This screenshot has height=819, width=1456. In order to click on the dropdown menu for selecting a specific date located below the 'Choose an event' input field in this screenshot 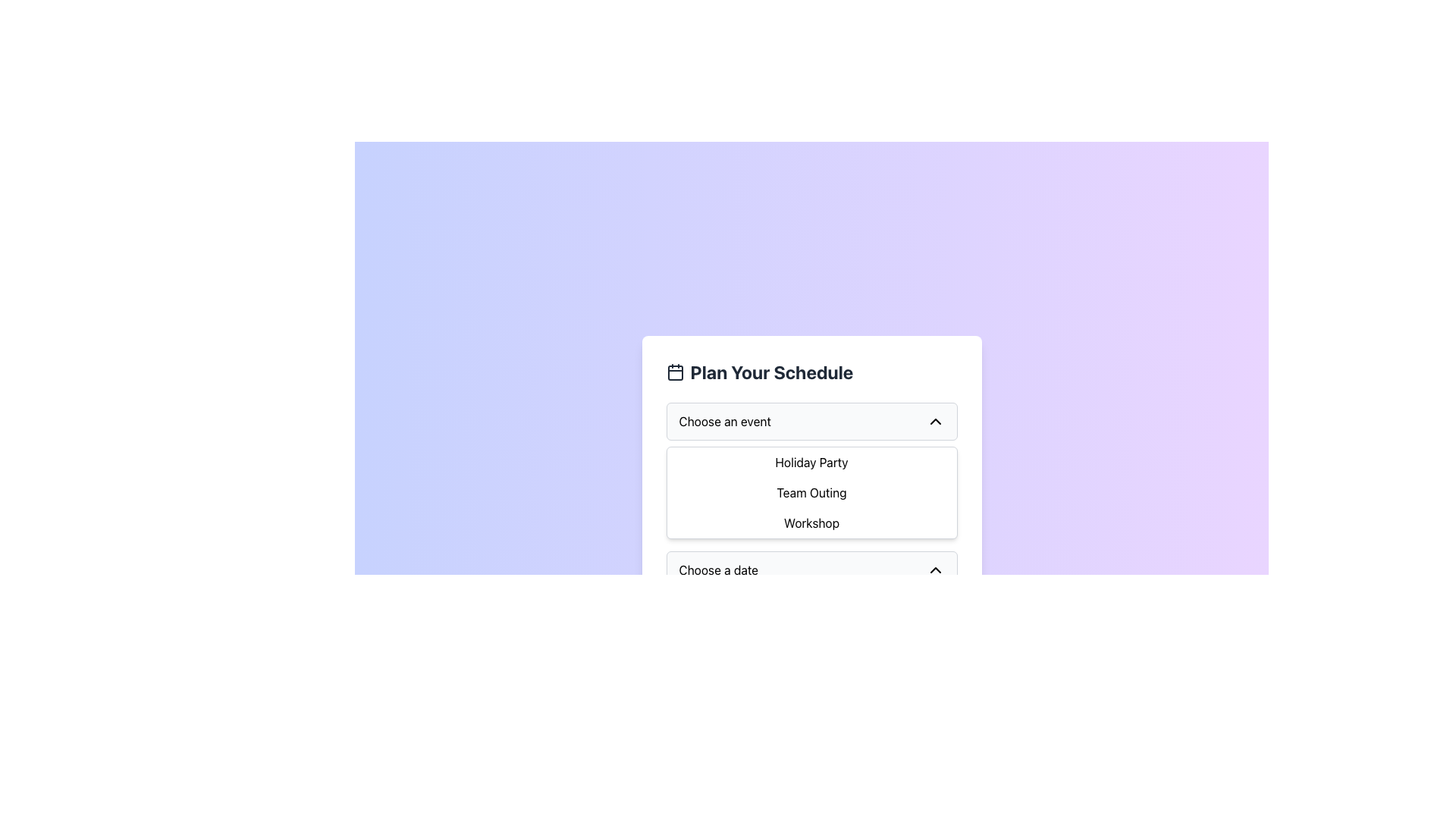, I will do `click(811, 570)`.